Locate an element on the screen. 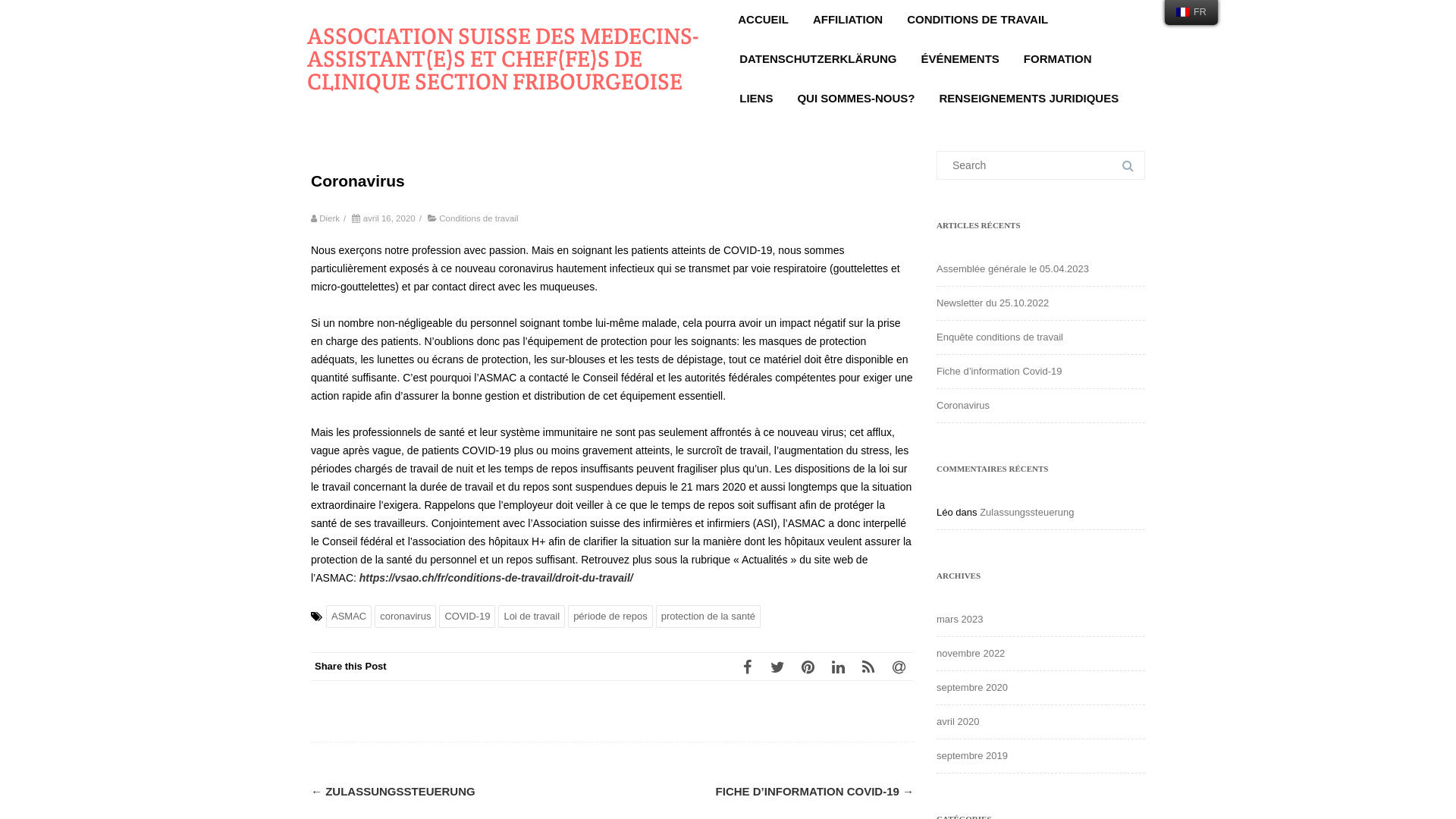  'septembre 2019' is located at coordinates (971, 755).